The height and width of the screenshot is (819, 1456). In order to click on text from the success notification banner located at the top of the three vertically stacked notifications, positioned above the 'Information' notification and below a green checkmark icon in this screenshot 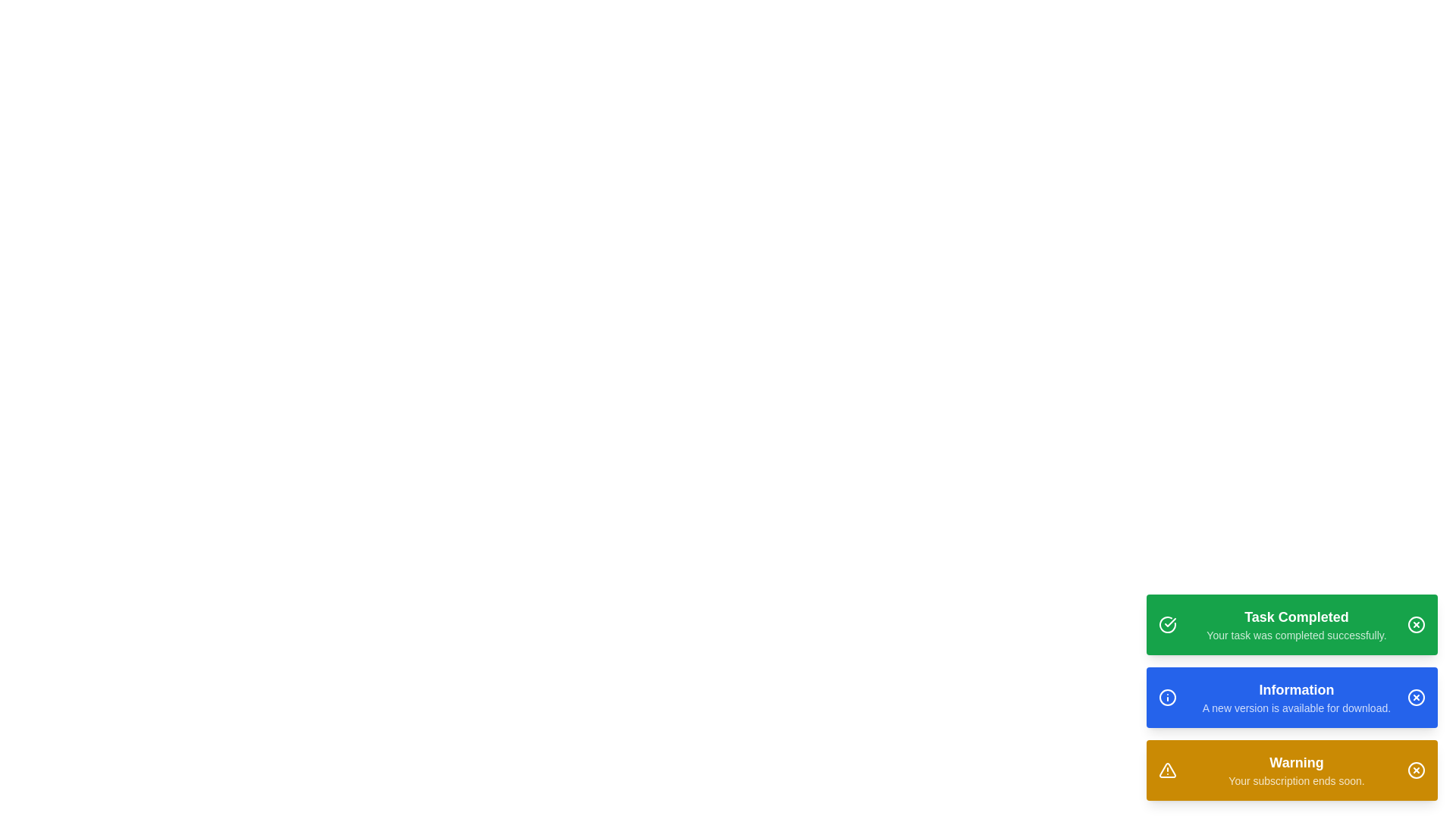, I will do `click(1295, 625)`.